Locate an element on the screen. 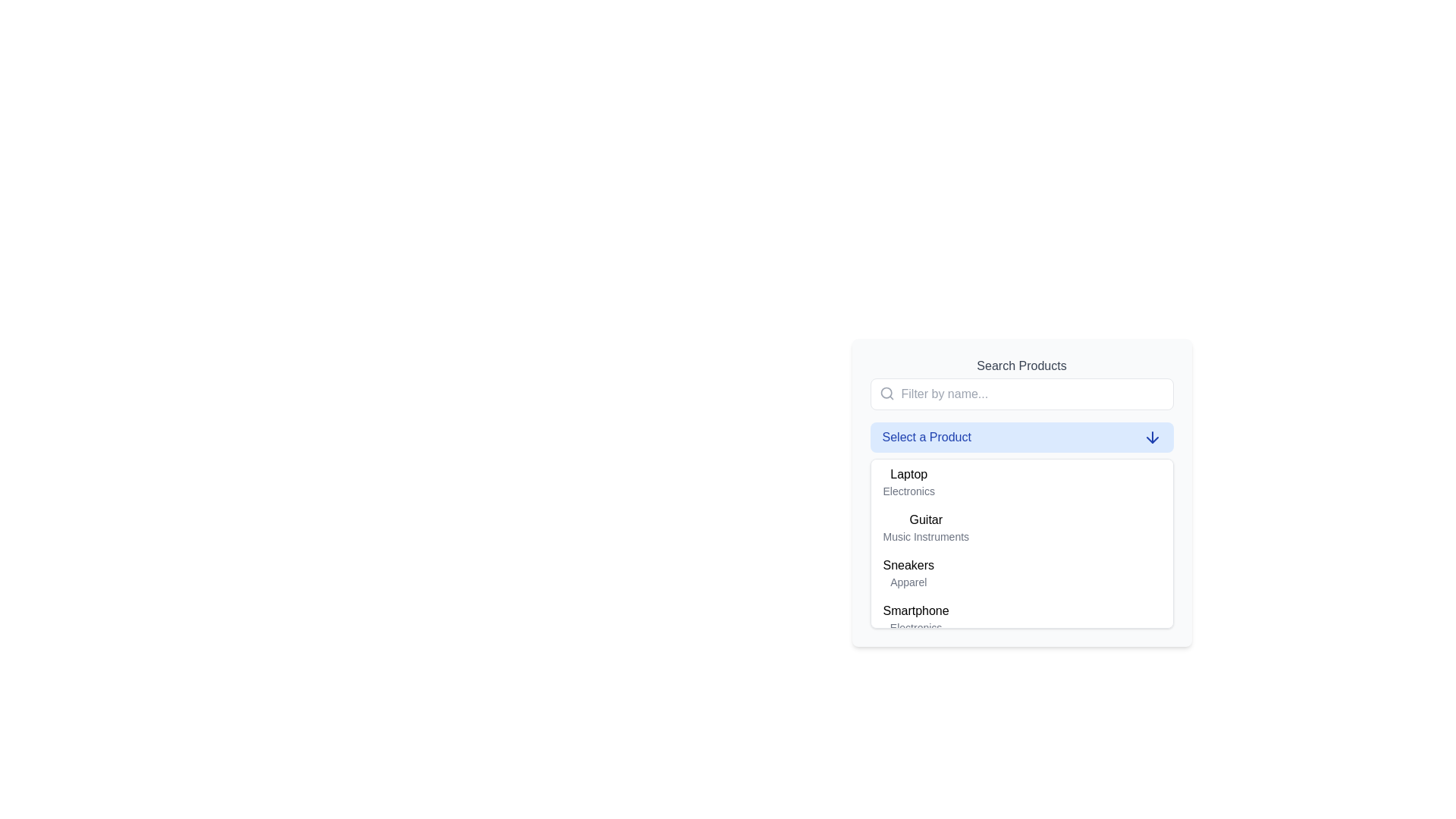 The height and width of the screenshot is (819, 1456). supplementary text label located in the dropdown menu under 'Select a Product,' positioned as the second item in the list beneath 'Guitar.' is located at coordinates (925, 536).